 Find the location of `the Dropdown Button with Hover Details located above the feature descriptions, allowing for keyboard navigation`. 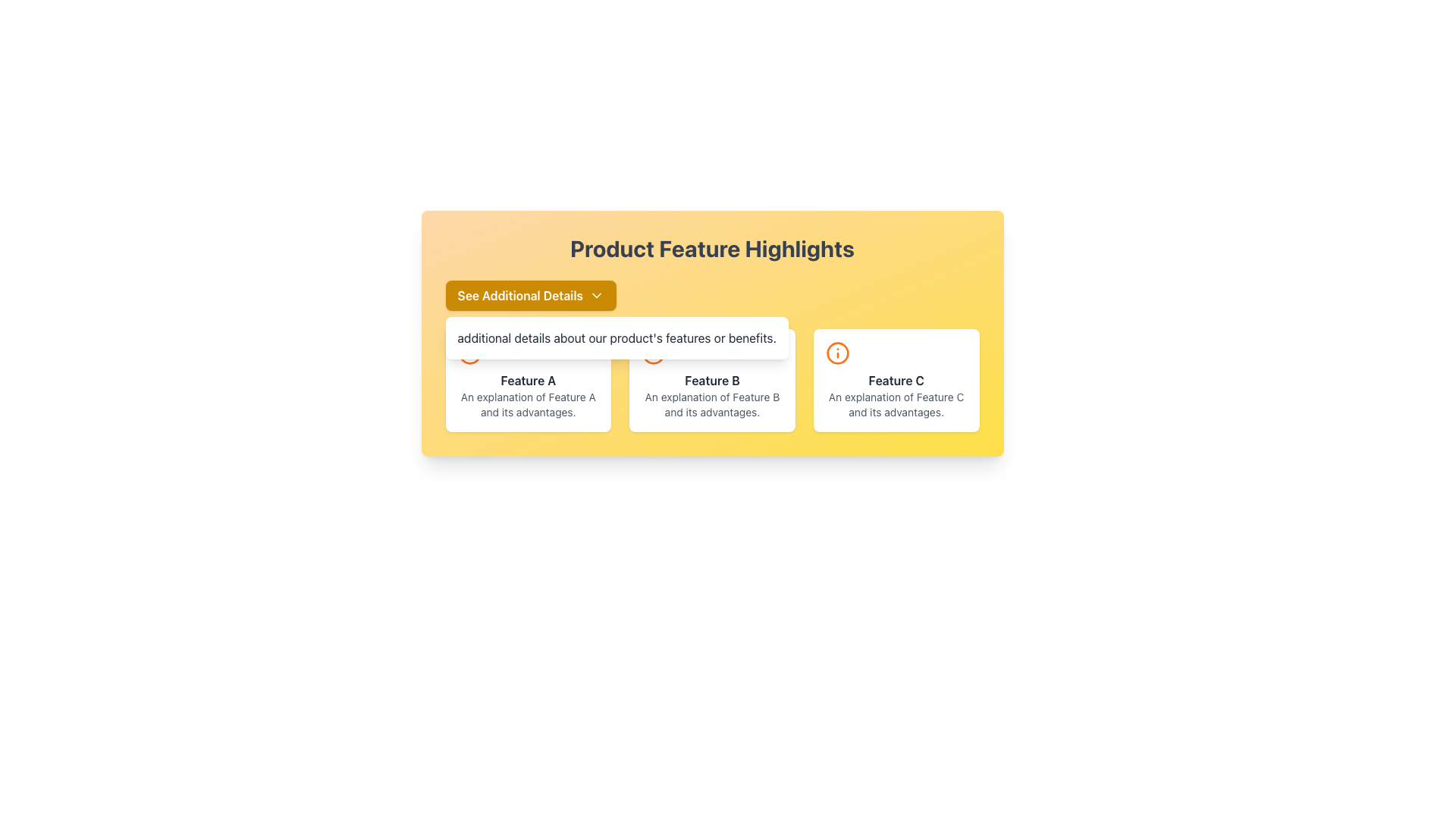

the Dropdown Button with Hover Details located above the feature descriptions, allowing for keyboard navigation is located at coordinates (711, 295).